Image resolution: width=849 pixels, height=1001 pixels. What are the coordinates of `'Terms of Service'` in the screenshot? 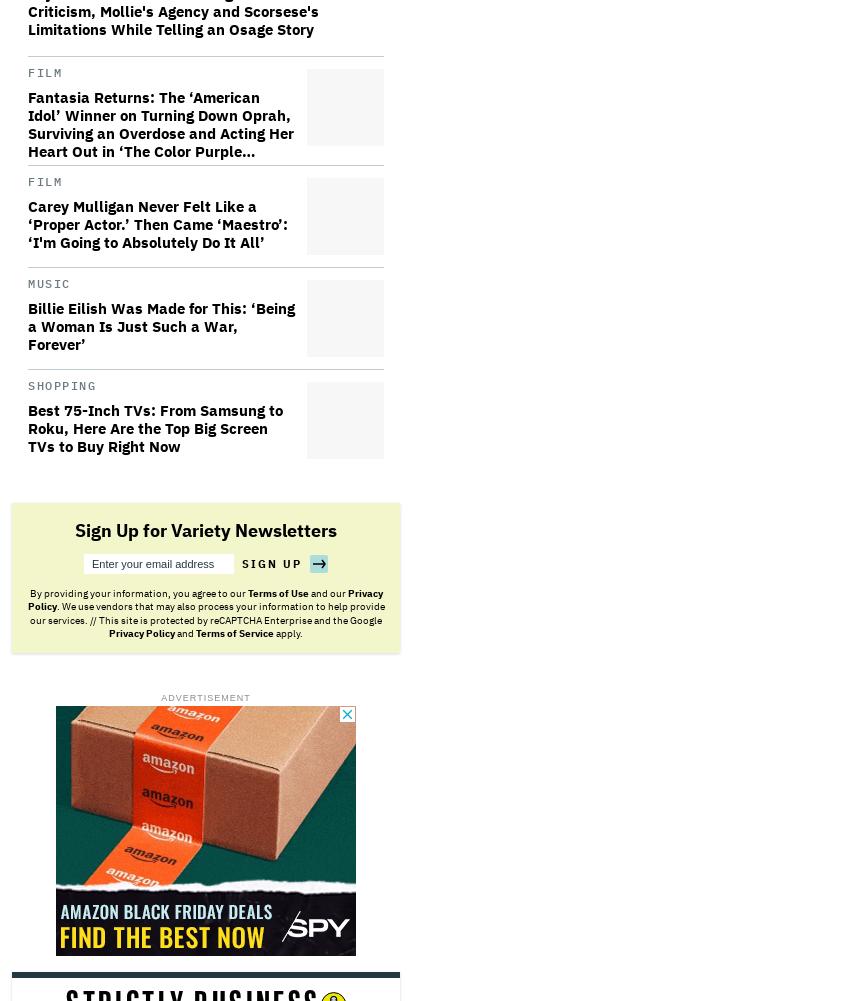 It's located at (195, 633).